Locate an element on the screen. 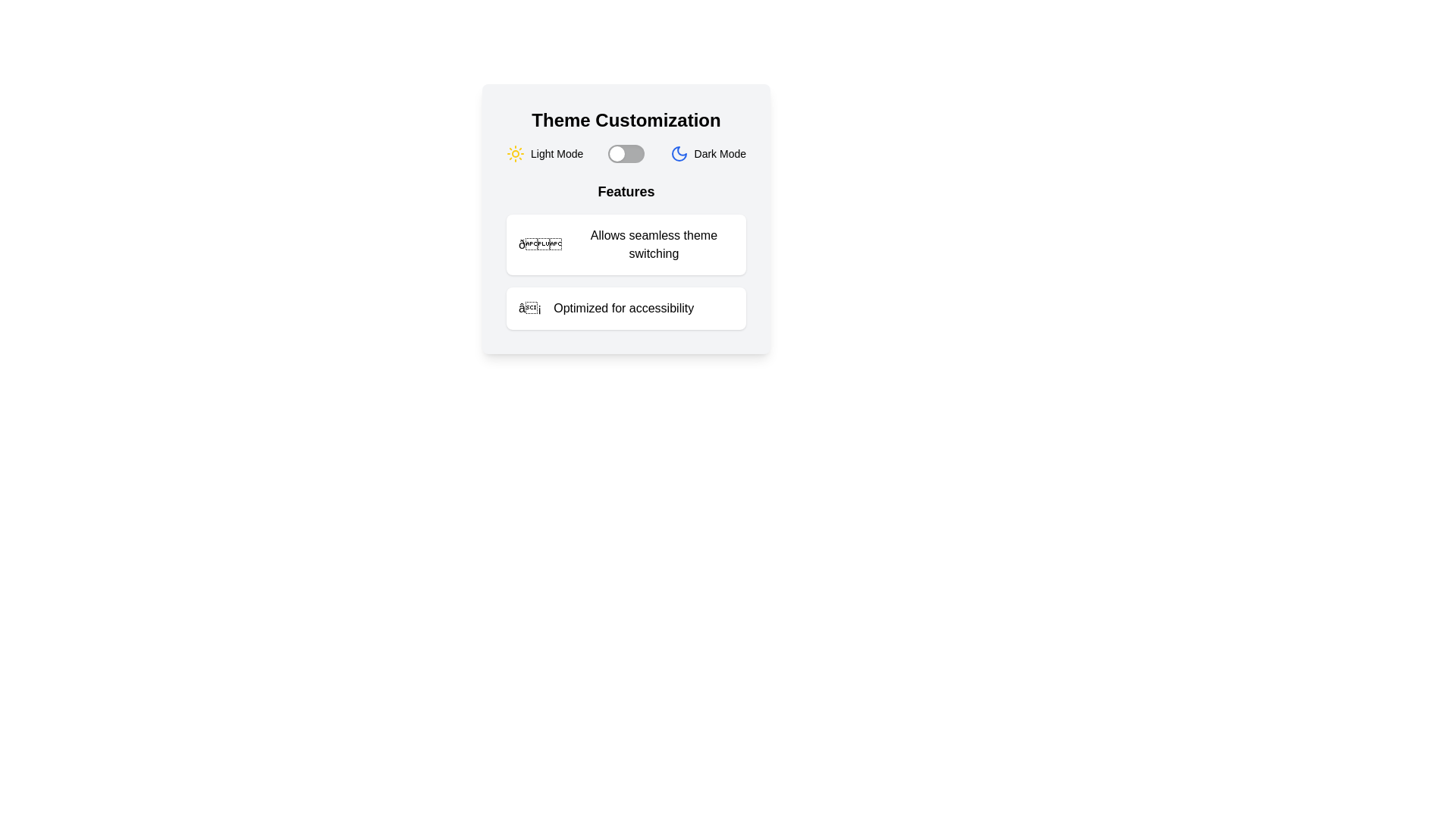 The image size is (1456, 819). the text label for the dark mode option, which is located to the right of the toggle switch within the 'Theme Customization' section is located at coordinates (719, 154).